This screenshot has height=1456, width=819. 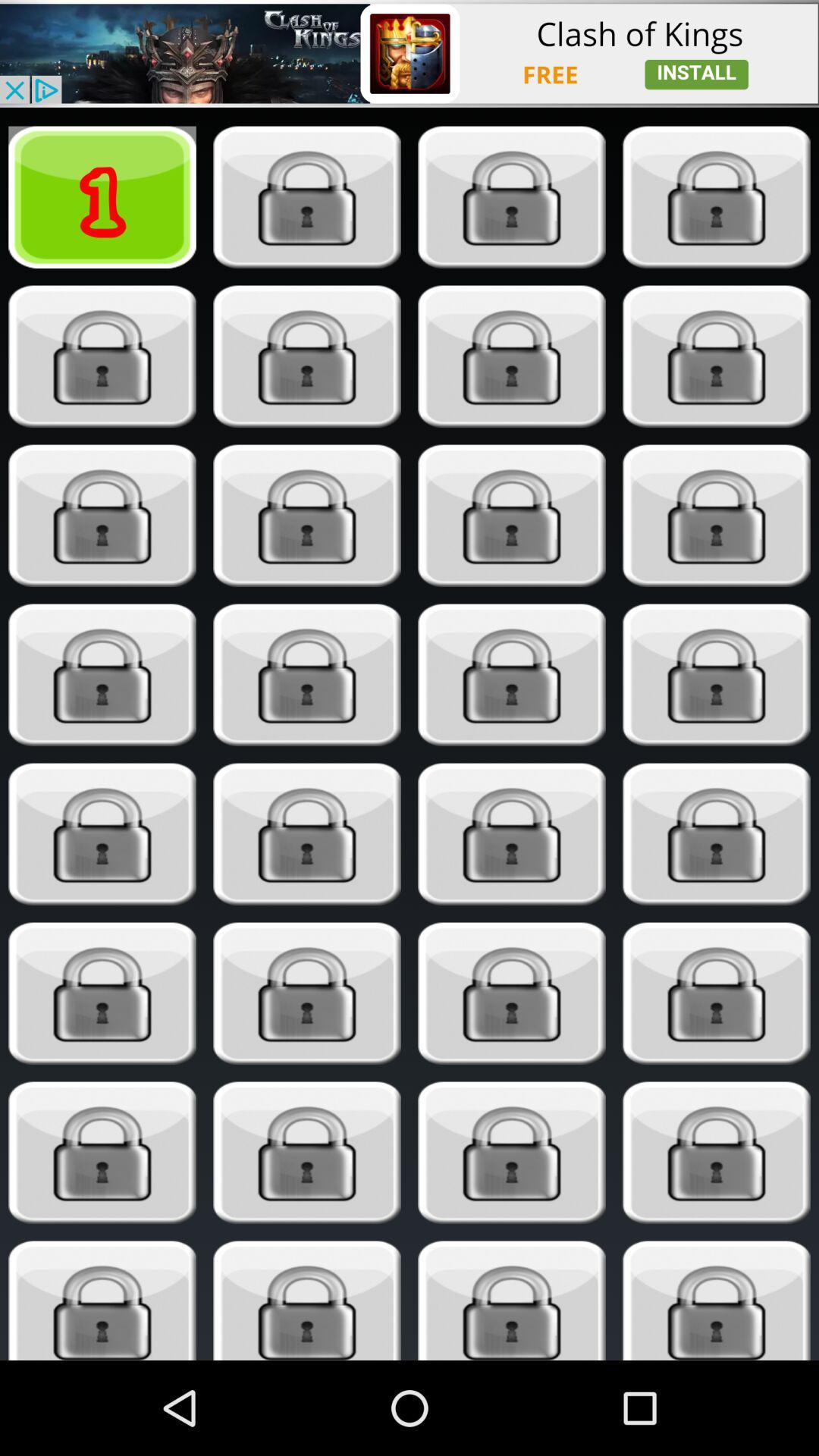 I want to click on unlock item, so click(x=717, y=833).